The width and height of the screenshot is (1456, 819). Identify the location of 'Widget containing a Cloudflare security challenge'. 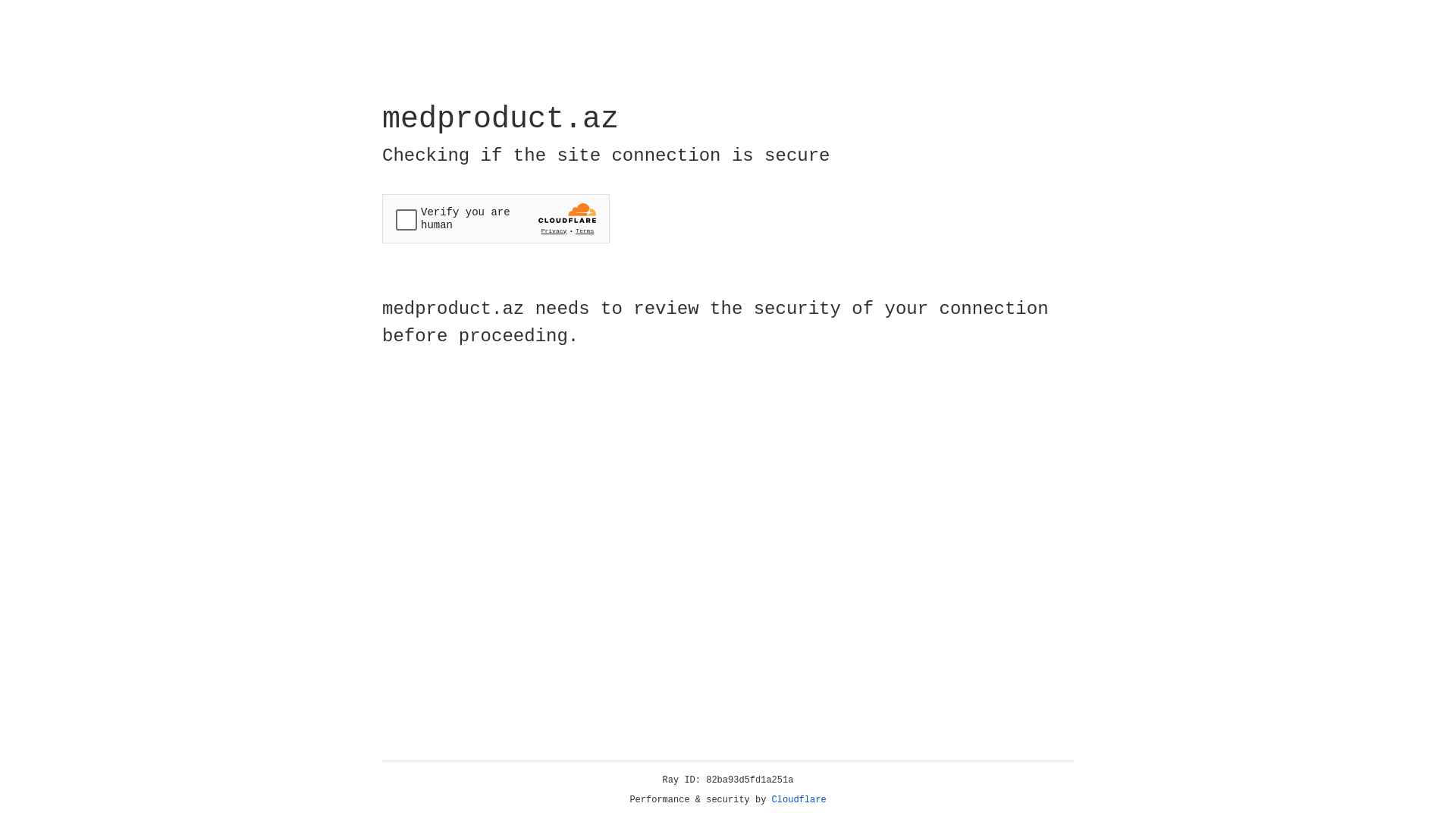
(495, 218).